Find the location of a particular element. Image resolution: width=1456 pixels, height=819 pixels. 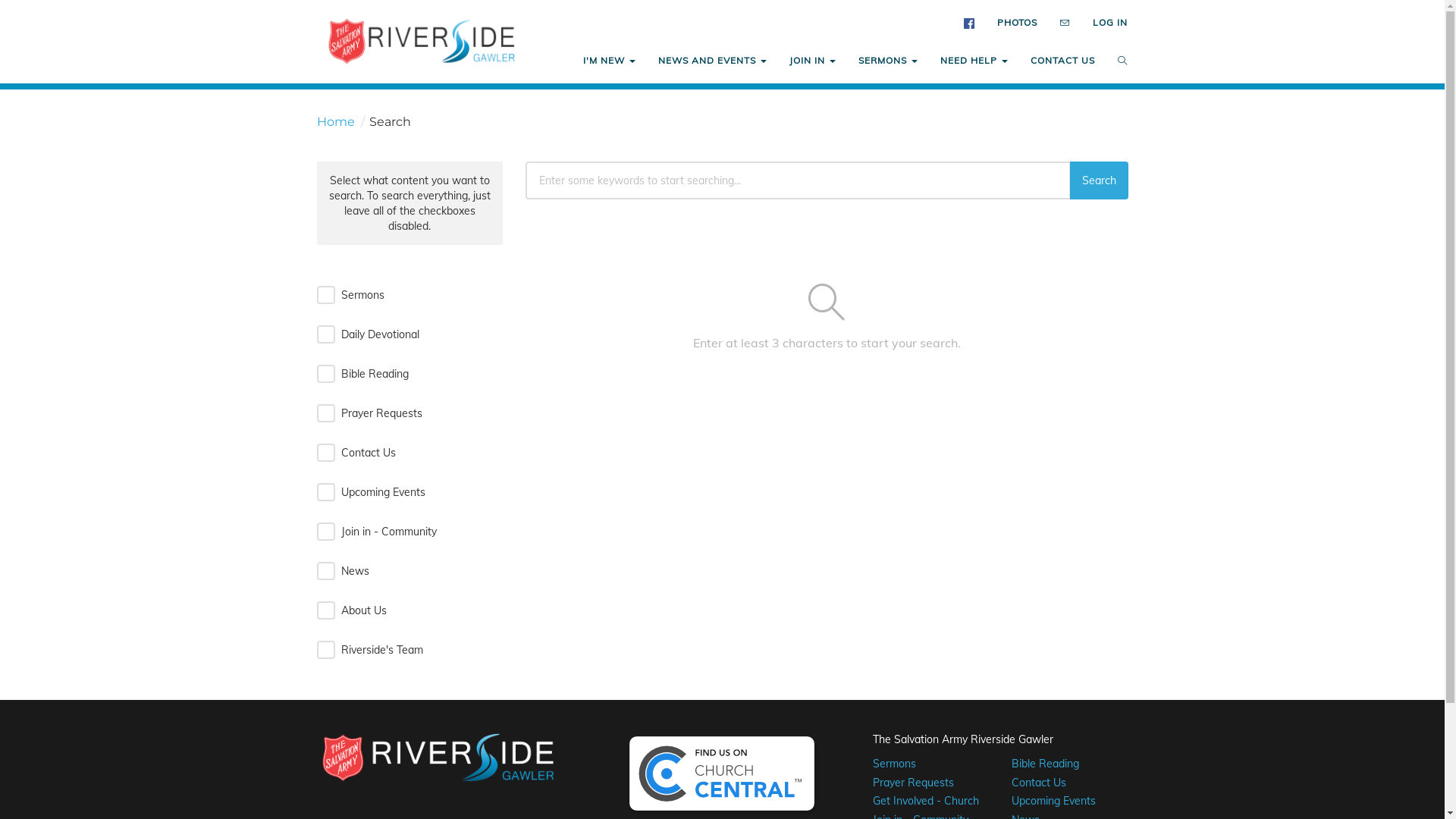

'Upcoming Events' is located at coordinates (1053, 800).